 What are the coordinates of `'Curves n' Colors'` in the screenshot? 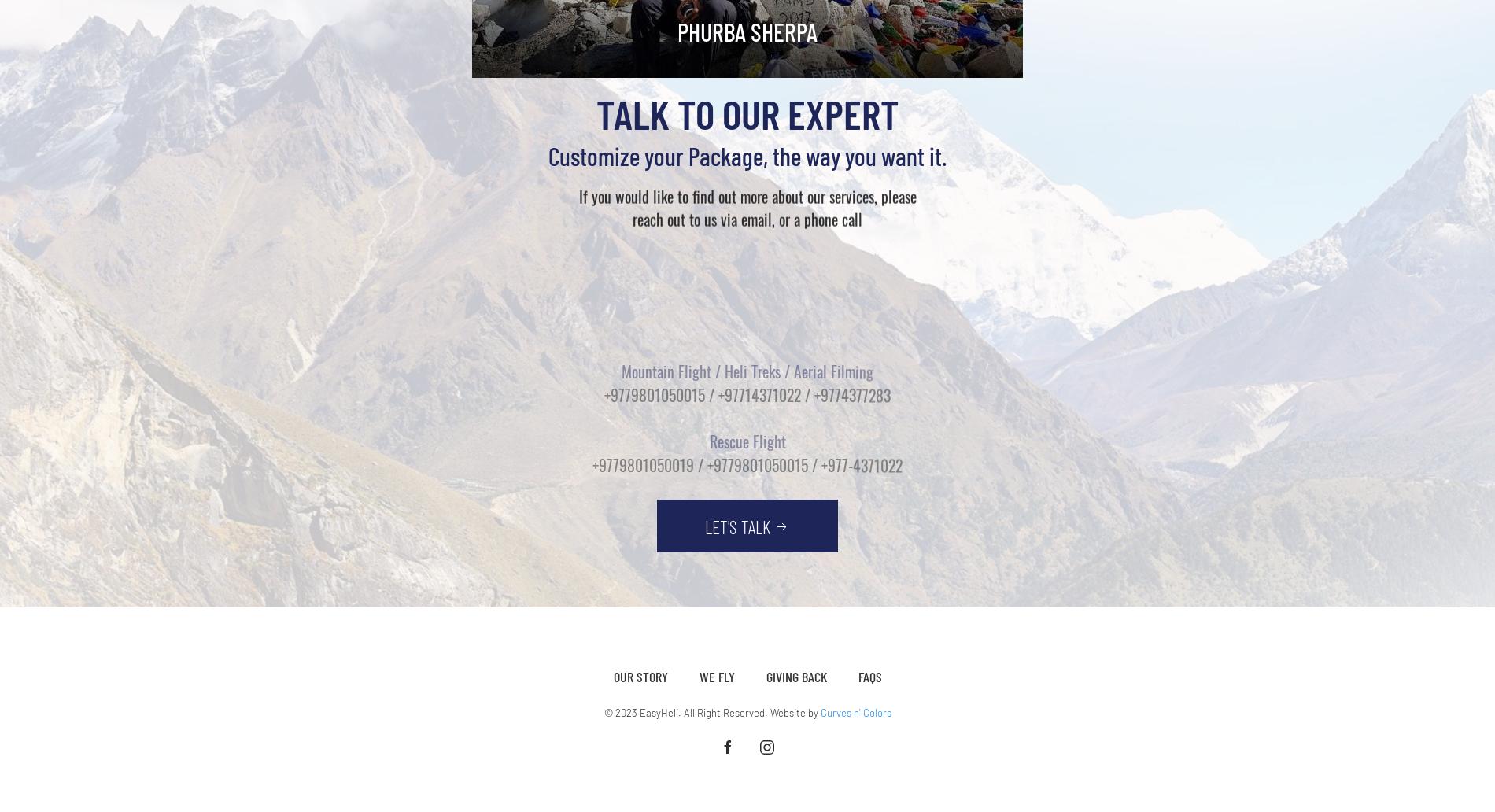 It's located at (819, 711).